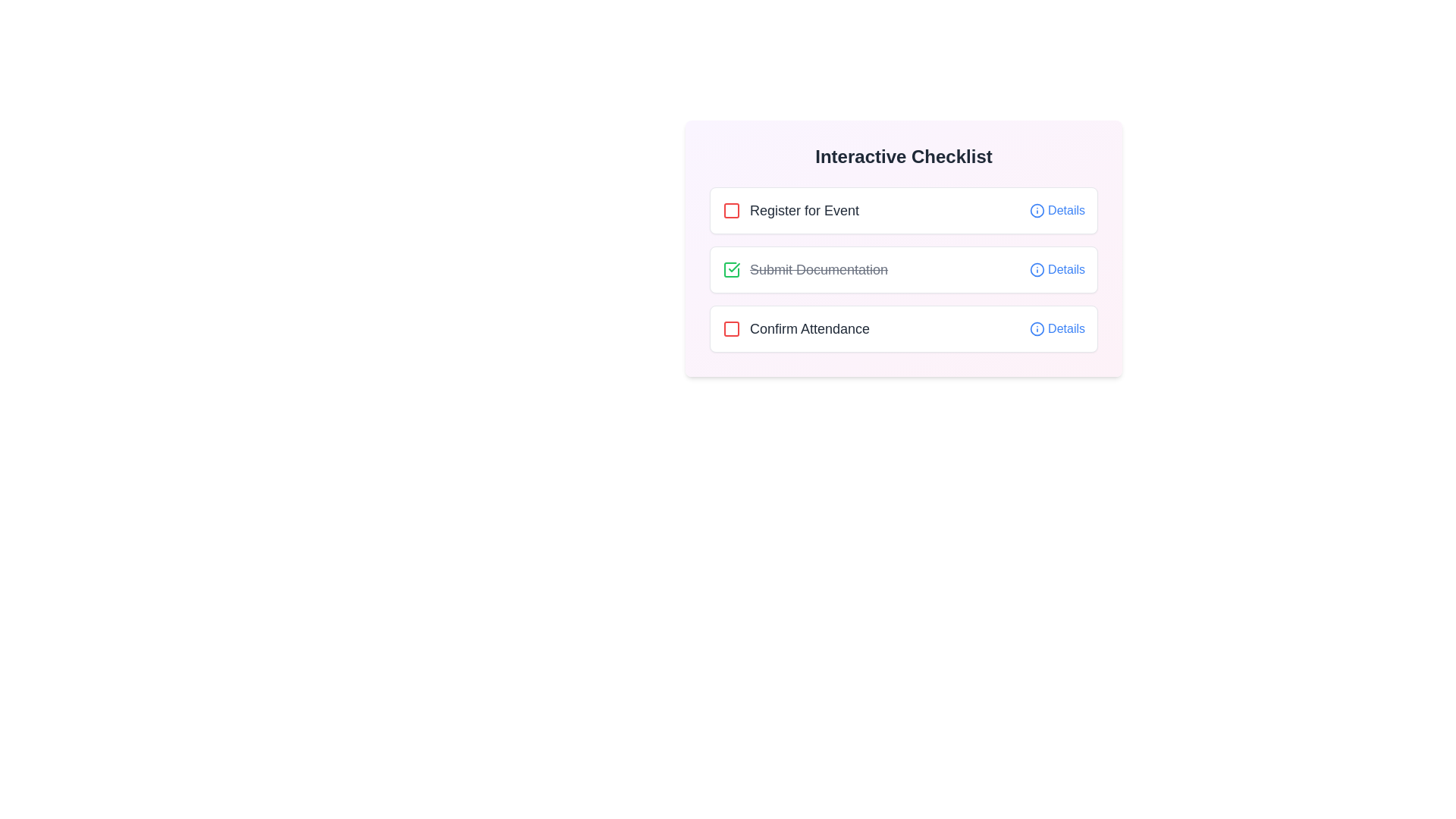 Image resolution: width=1456 pixels, height=819 pixels. Describe the element at coordinates (903, 328) in the screenshot. I see `the checkbox in the third item of the 'Interactive Checklist' to mark attendance` at that location.